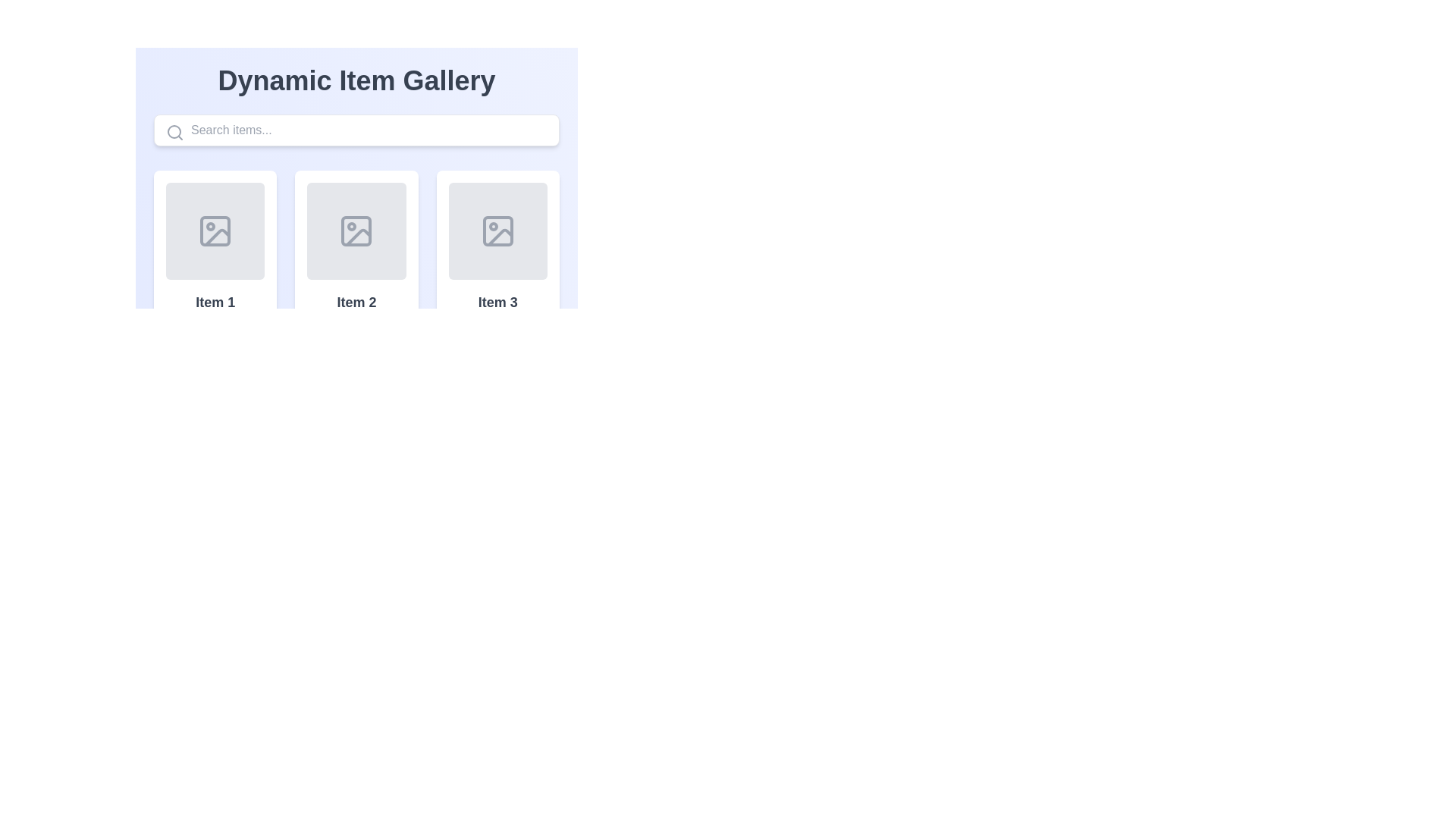 The image size is (1456, 819). What do you see at coordinates (215, 231) in the screenshot?
I see `the icon representing an unpopulated image field in the first item card of the 'Dynamic Item Gallery'` at bounding box center [215, 231].